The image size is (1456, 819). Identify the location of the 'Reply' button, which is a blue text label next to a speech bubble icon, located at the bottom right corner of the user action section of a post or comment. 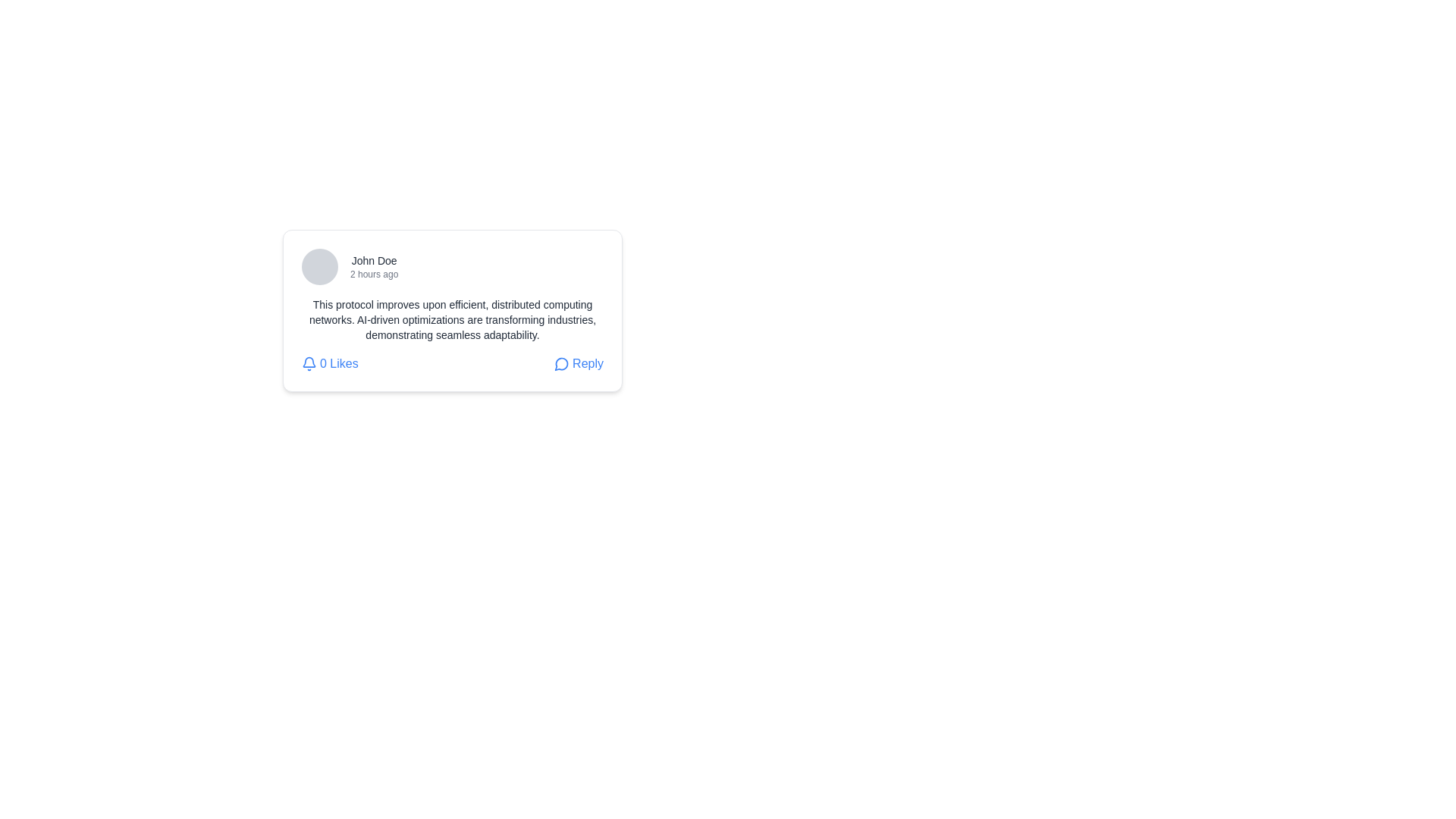
(578, 363).